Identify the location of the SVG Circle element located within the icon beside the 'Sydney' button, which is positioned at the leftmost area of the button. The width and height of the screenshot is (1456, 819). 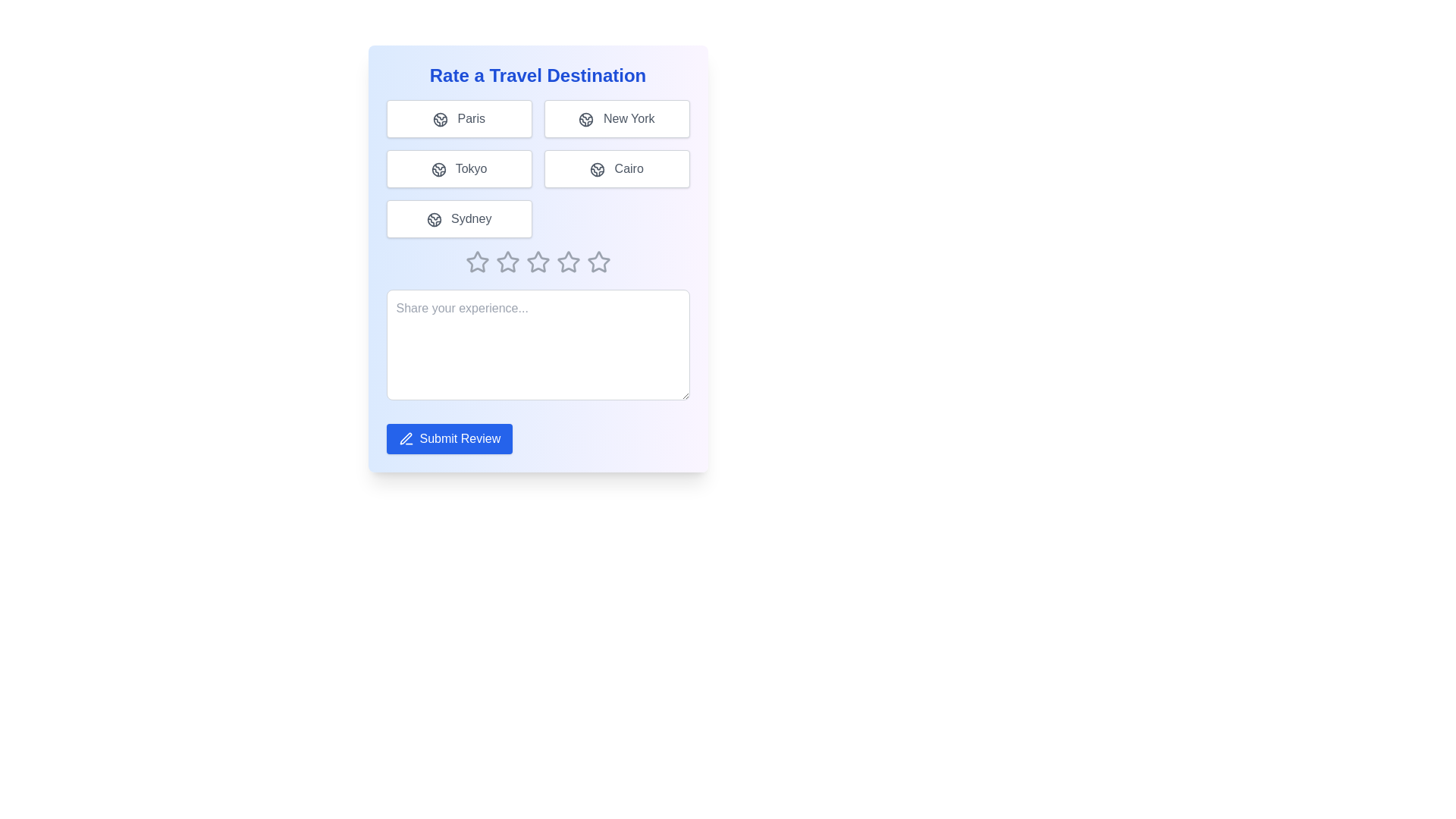
(433, 219).